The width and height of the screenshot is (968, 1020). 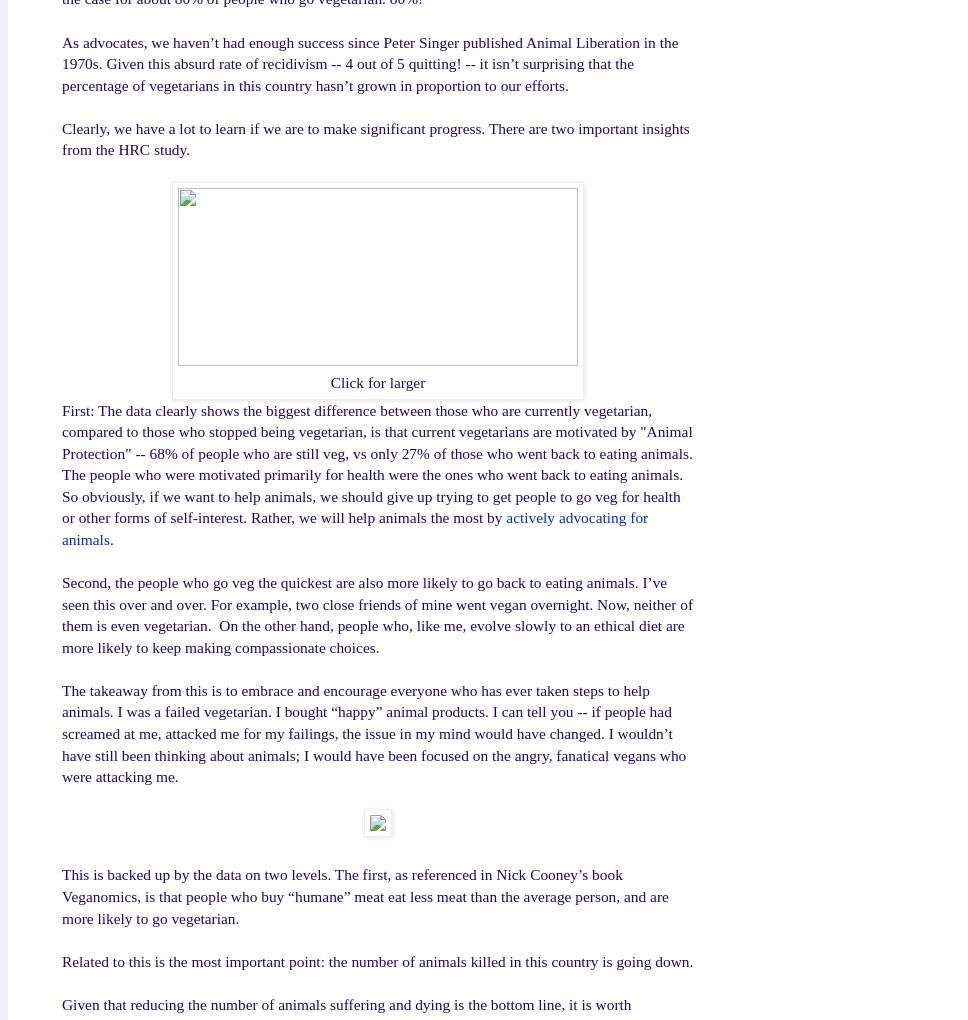 What do you see at coordinates (374, 138) in the screenshot?
I see `'Clearly, we have a lot to learn if we are to make significant progress. There are two important insights from the HRC study.'` at bounding box center [374, 138].